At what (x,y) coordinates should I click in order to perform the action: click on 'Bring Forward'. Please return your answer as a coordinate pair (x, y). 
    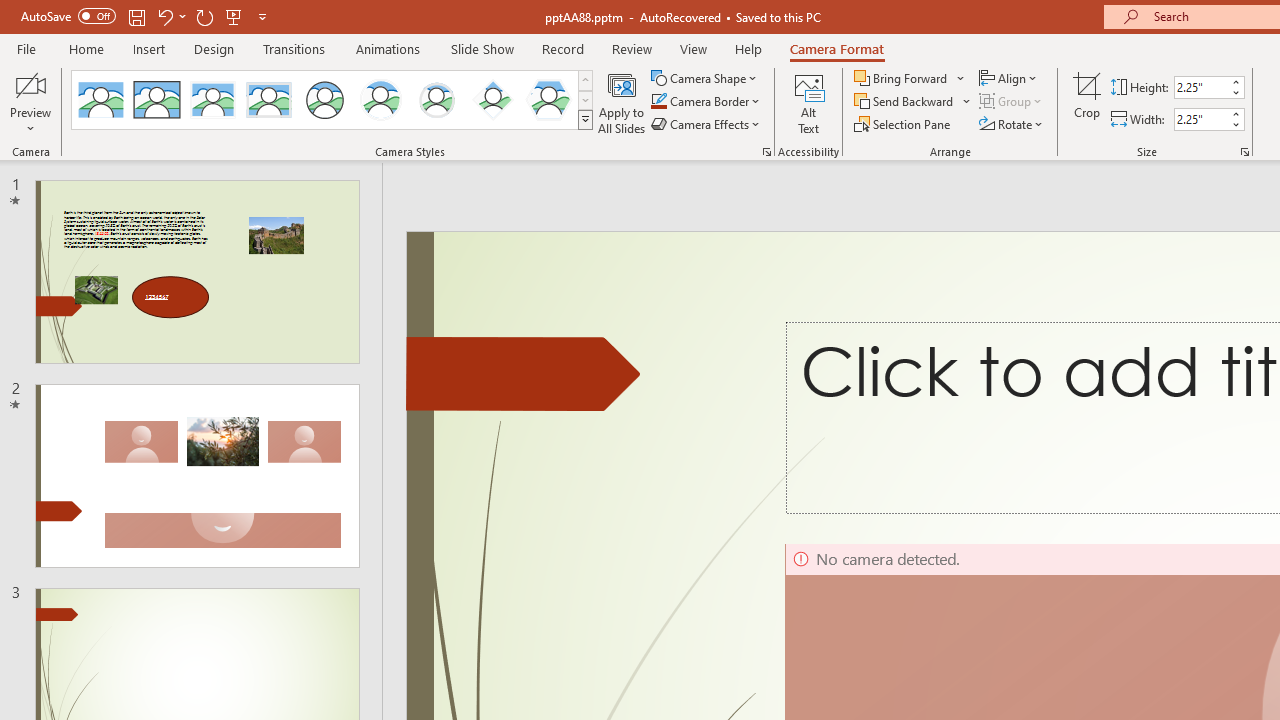
    Looking at the image, I should click on (901, 77).